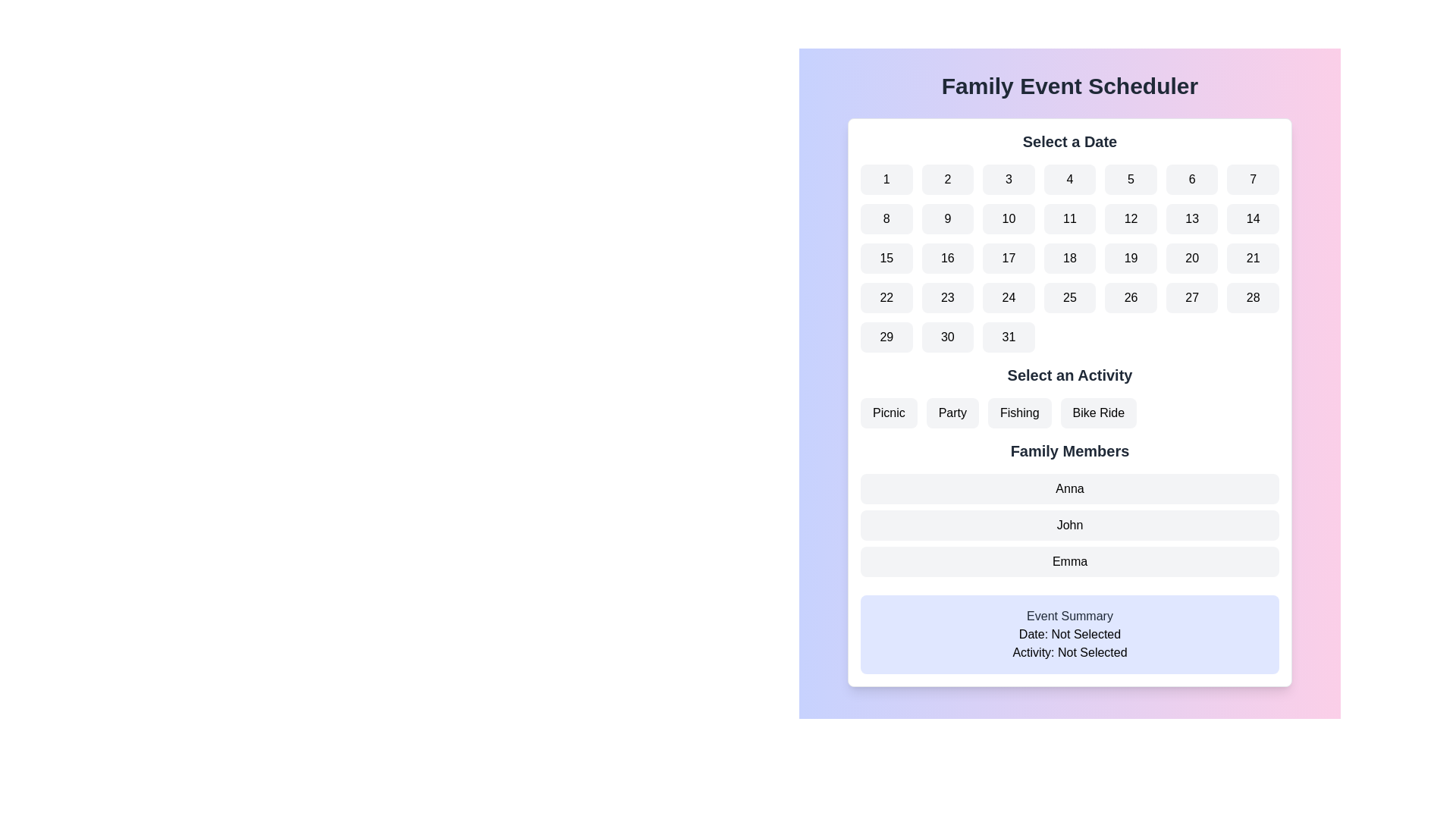 The width and height of the screenshot is (1456, 819). I want to click on the 'Bike Ride' button, which is a rectangular button with rounded corners, light gray background, and bold black text, so click(1098, 413).